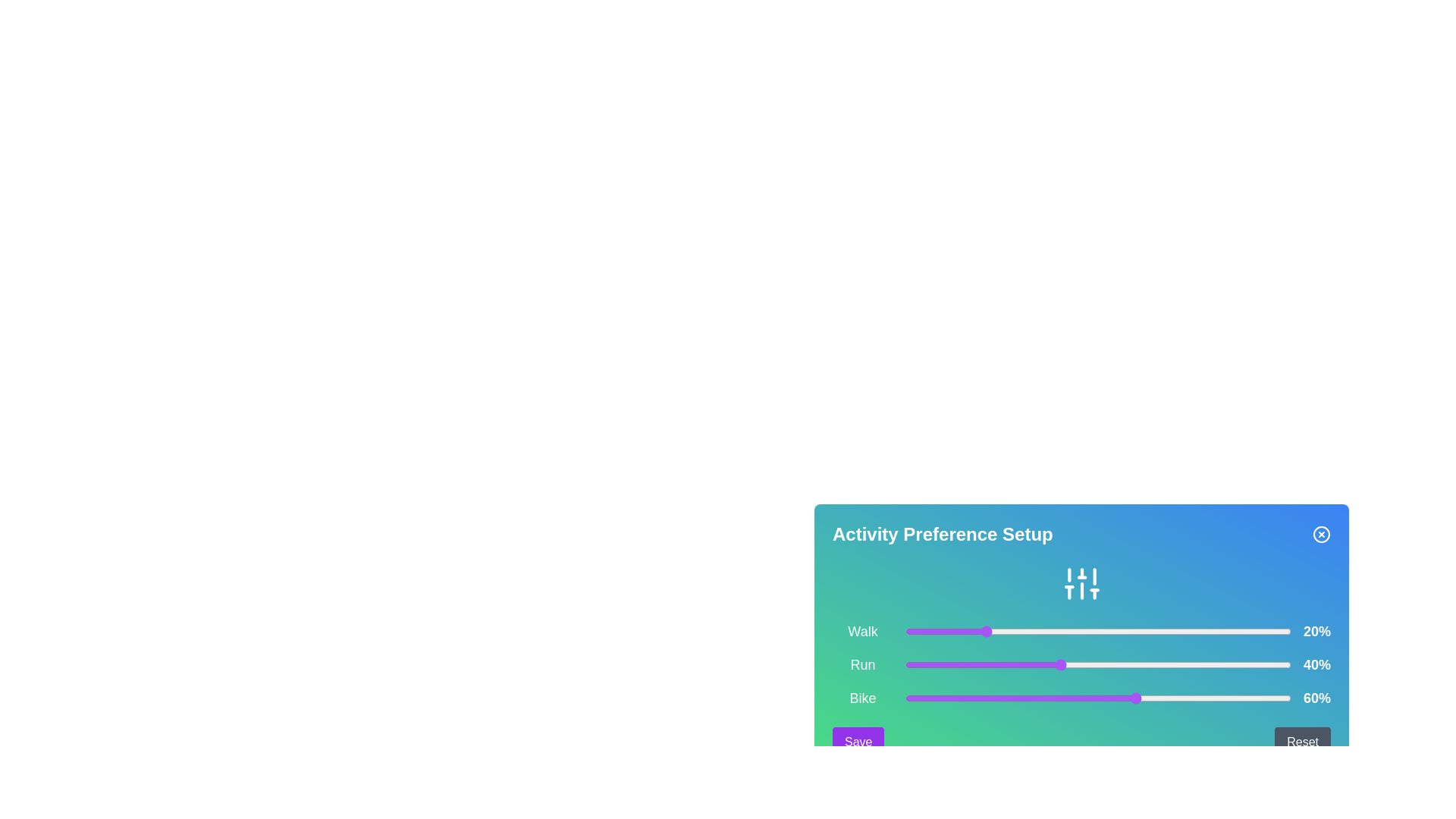 This screenshot has height=819, width=1456. I want to click on the slider for 1 to 41%, so click(1062, 664).